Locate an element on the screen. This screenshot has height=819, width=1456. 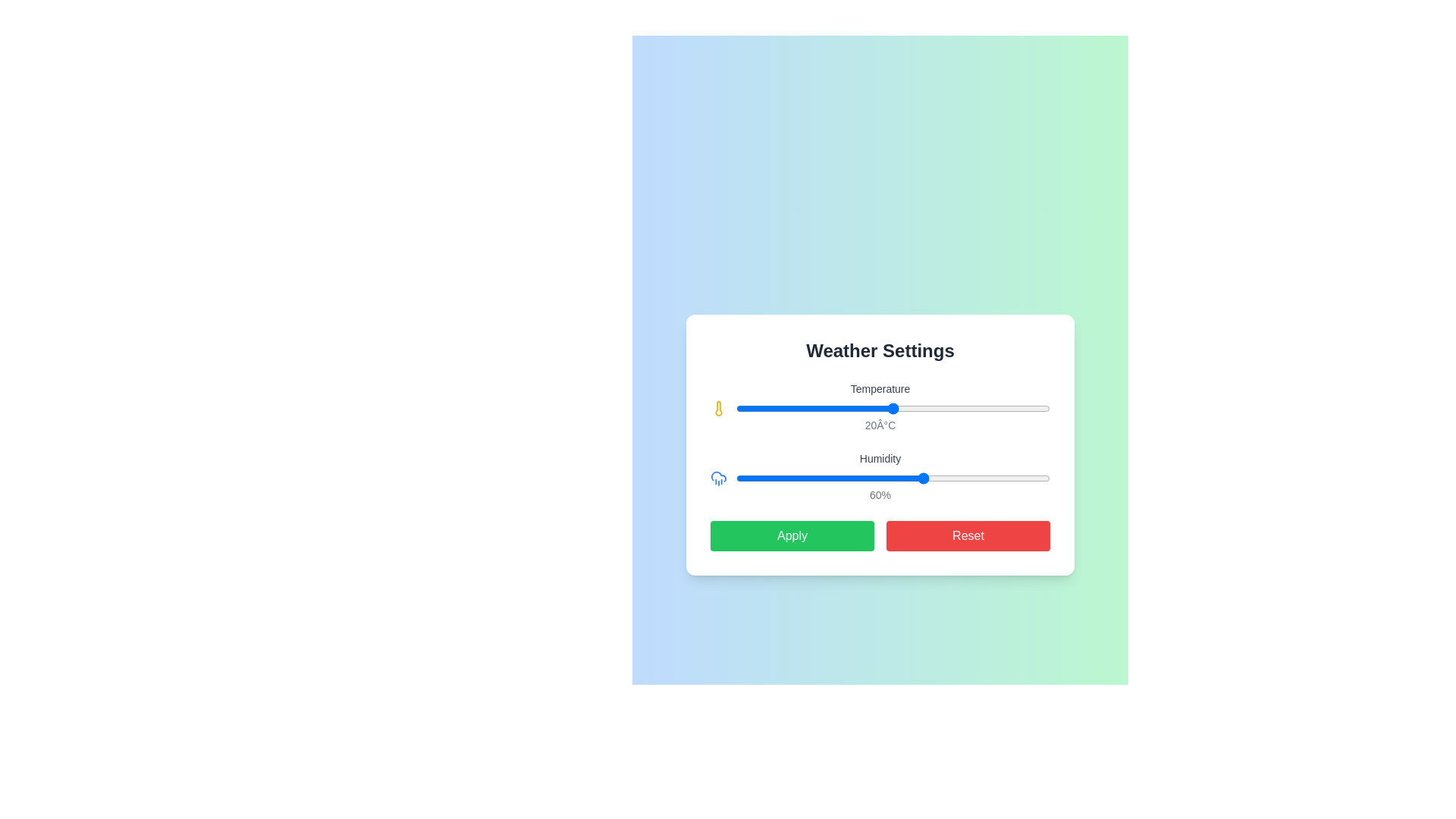
the temperature slider is located at coordinates (1026, 408).